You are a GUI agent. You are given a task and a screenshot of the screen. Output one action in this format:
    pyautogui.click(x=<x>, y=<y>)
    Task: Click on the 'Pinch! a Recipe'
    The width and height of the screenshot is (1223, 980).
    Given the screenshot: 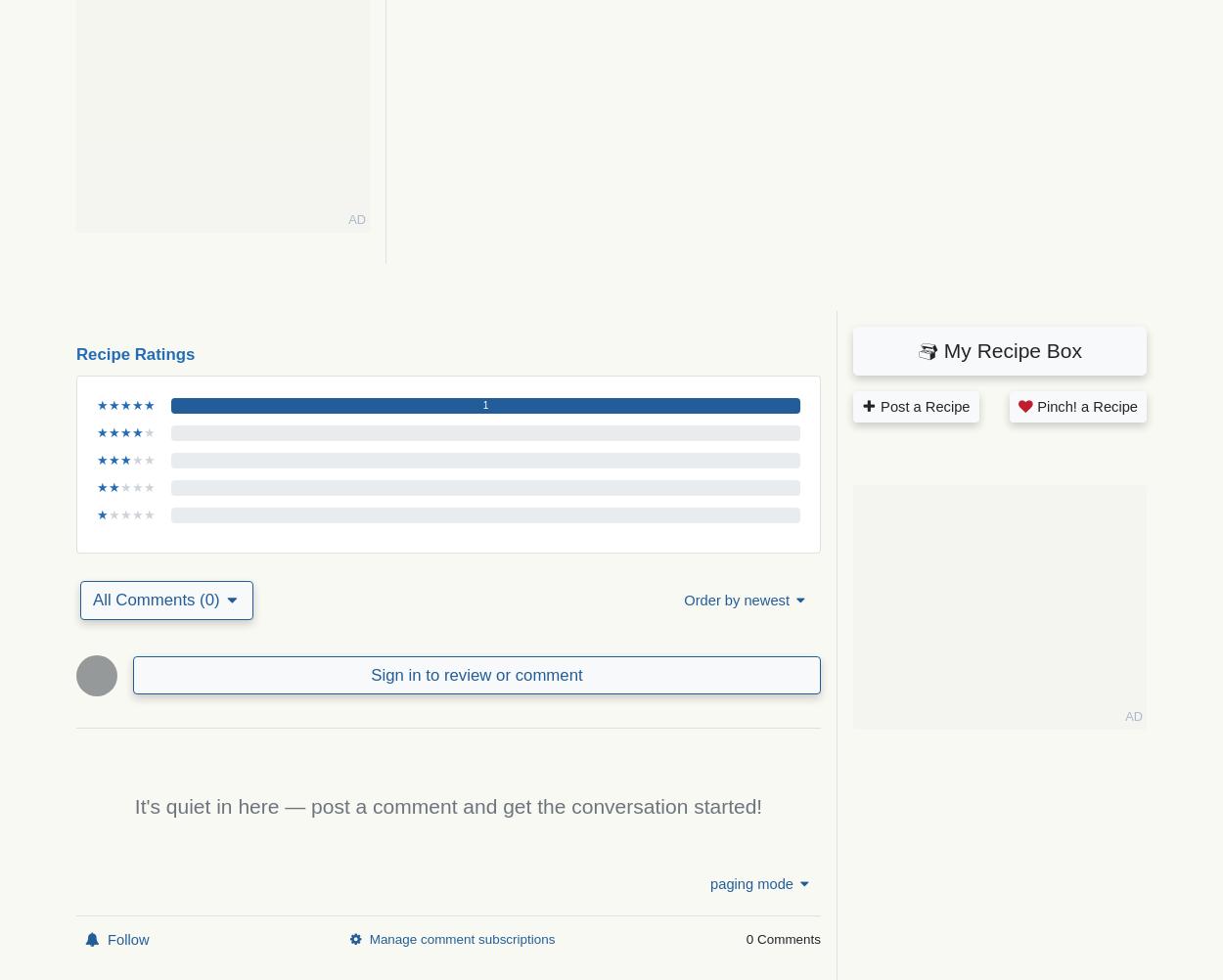 What is the action you would take?
    pyautogui.click(x=1084, y=406)
    